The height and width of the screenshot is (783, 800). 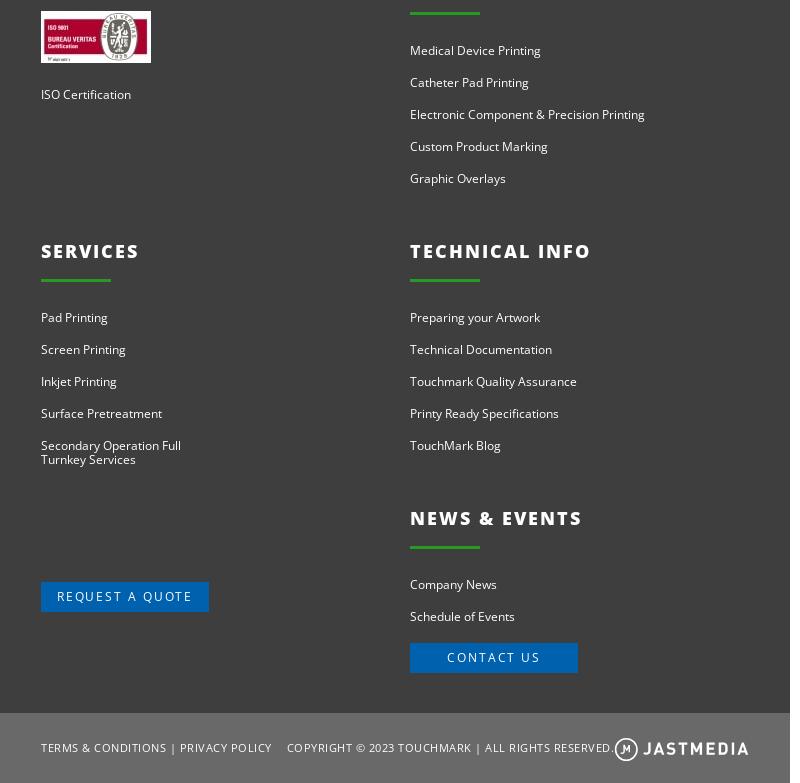 What do you see at coordinates (88, 458) in the screenshot?
I see `'Turnkey Services'` at bounding box center [88, 458].